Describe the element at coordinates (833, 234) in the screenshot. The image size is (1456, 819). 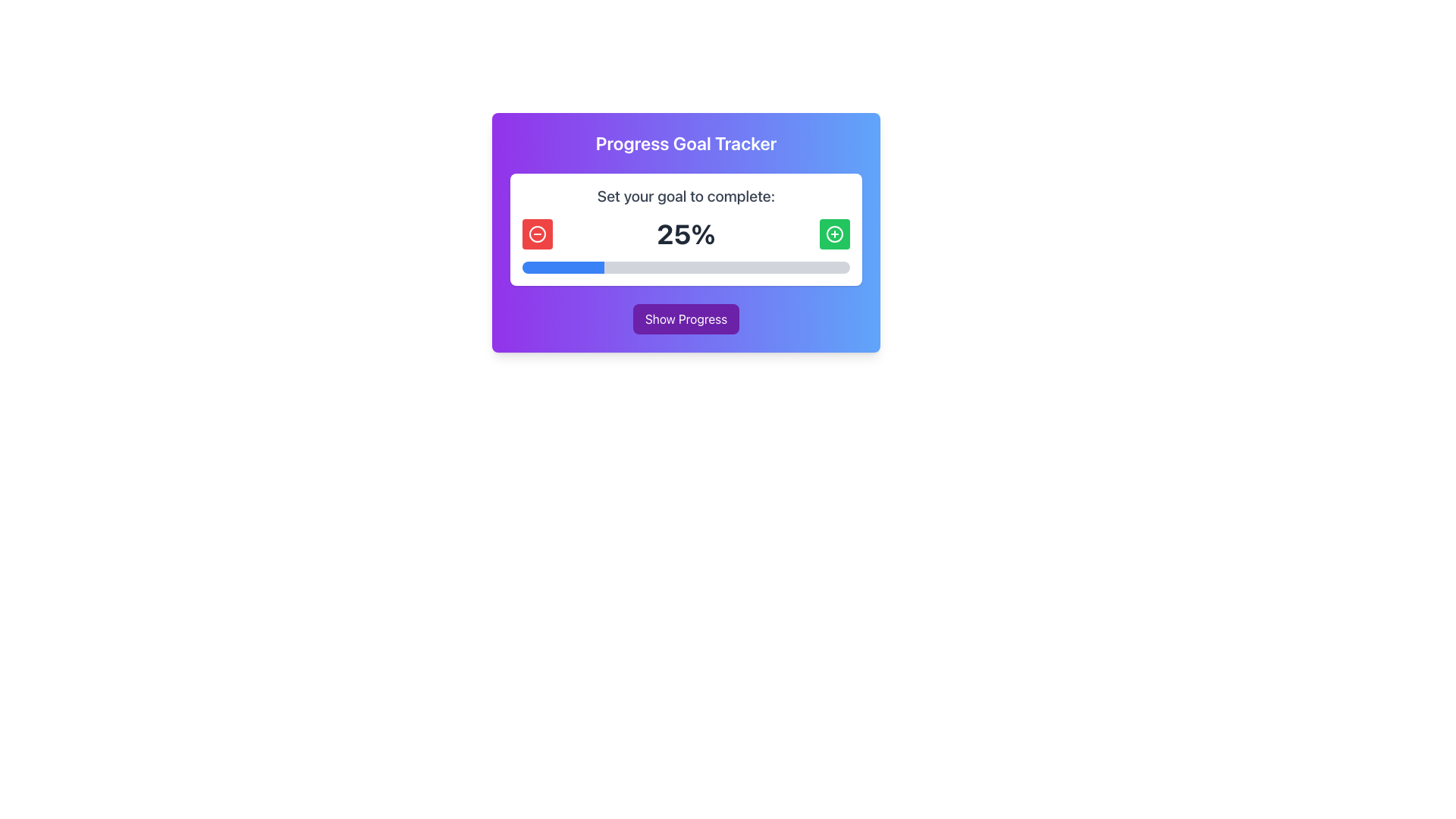
I see `the SVG circle component in the progress tracker, located to the right of the numeric progress indicator` at that location.